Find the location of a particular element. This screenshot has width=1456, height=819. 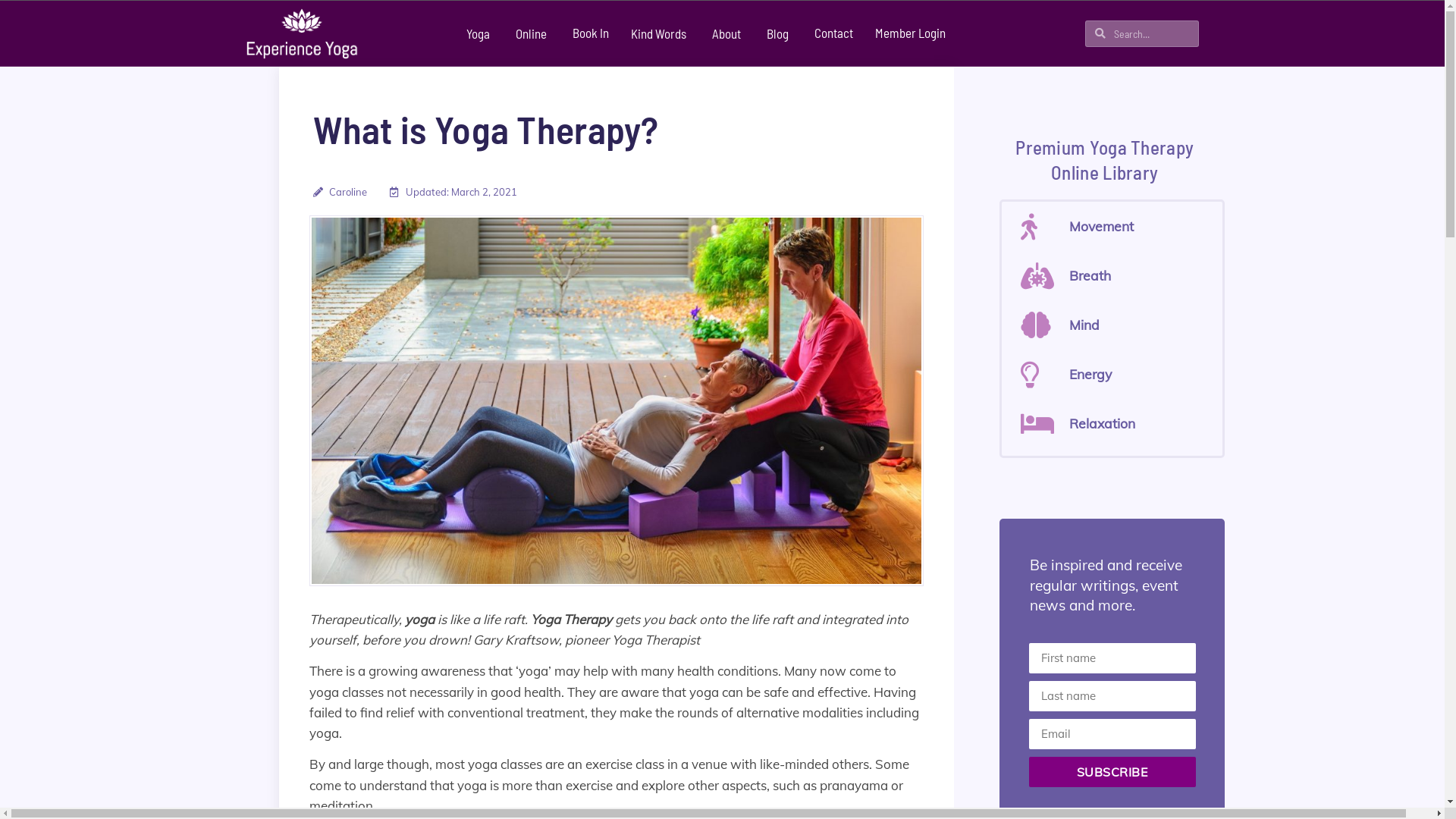

'SUBSCRIBE' is located at coordinates (1112, 772).